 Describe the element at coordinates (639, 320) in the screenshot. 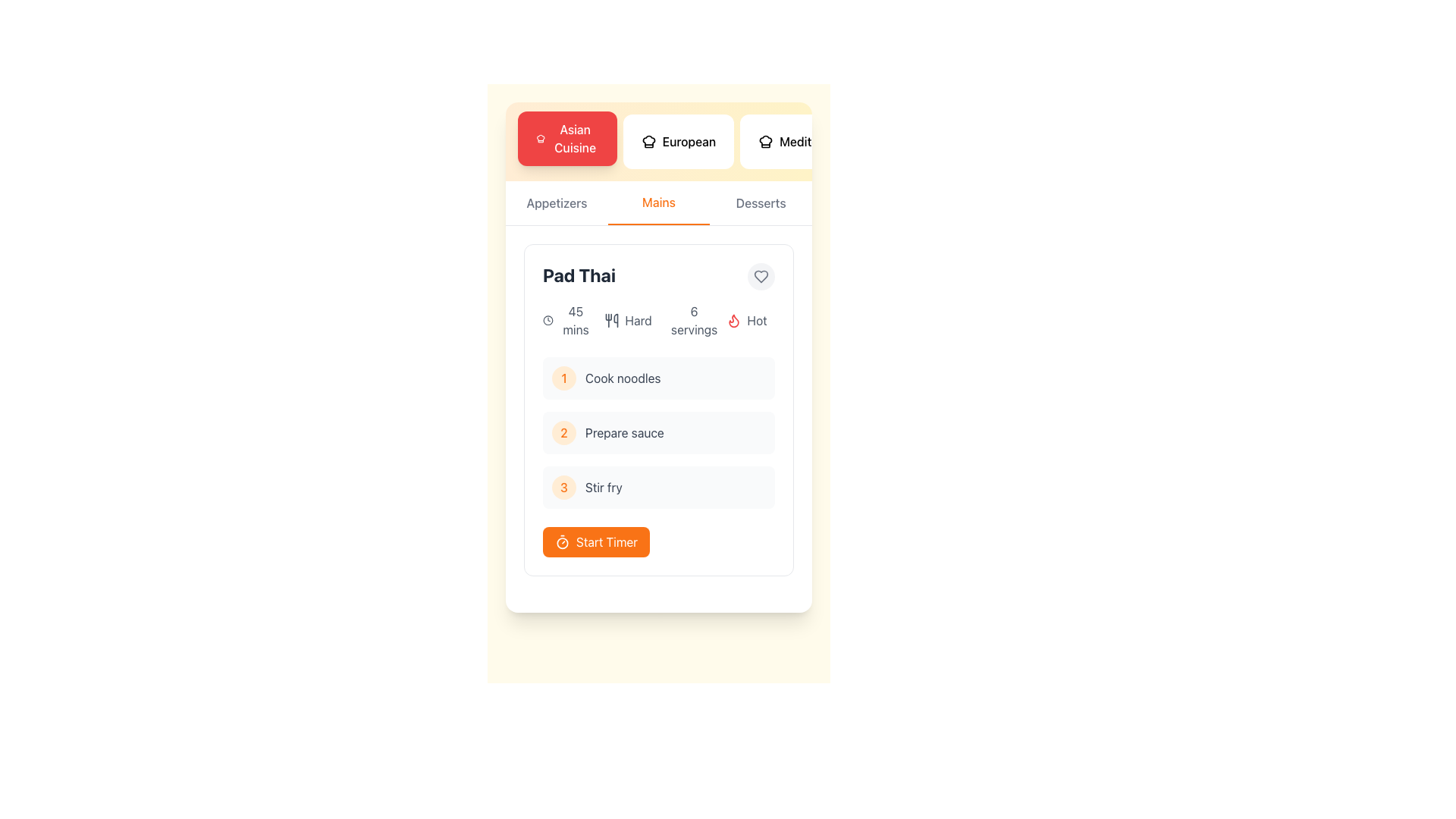

I see `the difficulty level text label, which is the third element in a horizontal stack of elements providing detailed information about the selected recipe` at that location.